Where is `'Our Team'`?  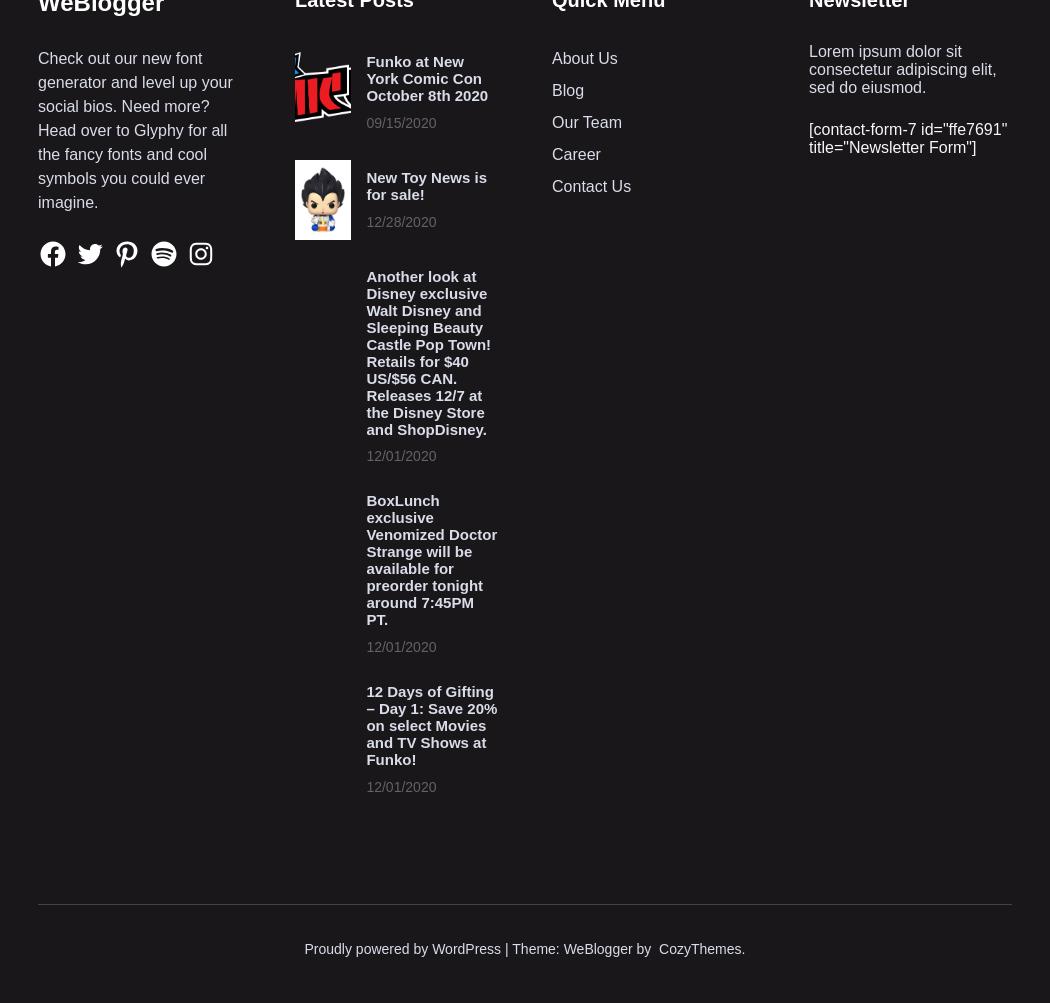 'Our Team' is located at coordinates (551, 120).